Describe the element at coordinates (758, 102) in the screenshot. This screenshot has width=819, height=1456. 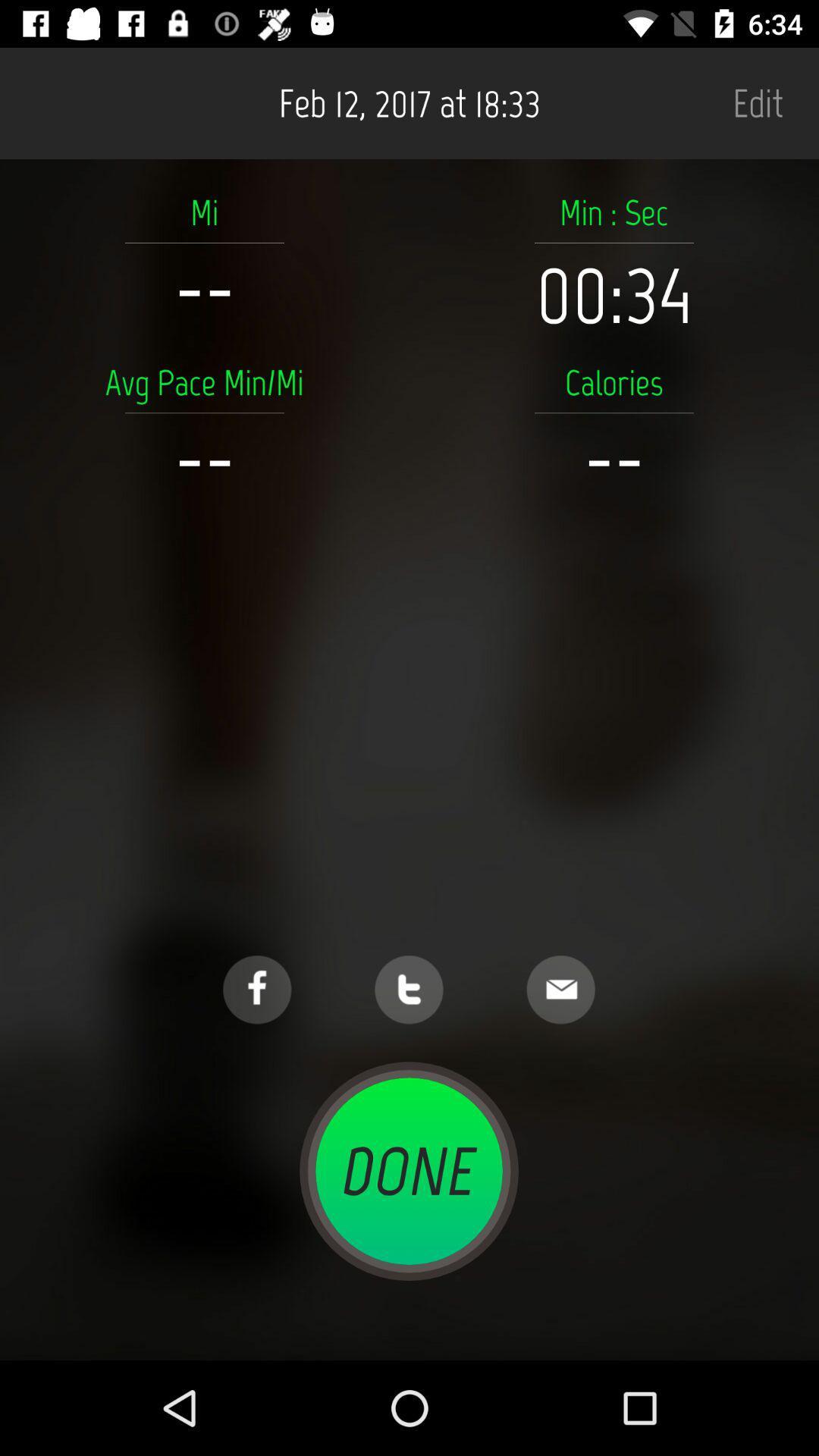
I see `icon to the right of feb 12 2017 item` at that location.